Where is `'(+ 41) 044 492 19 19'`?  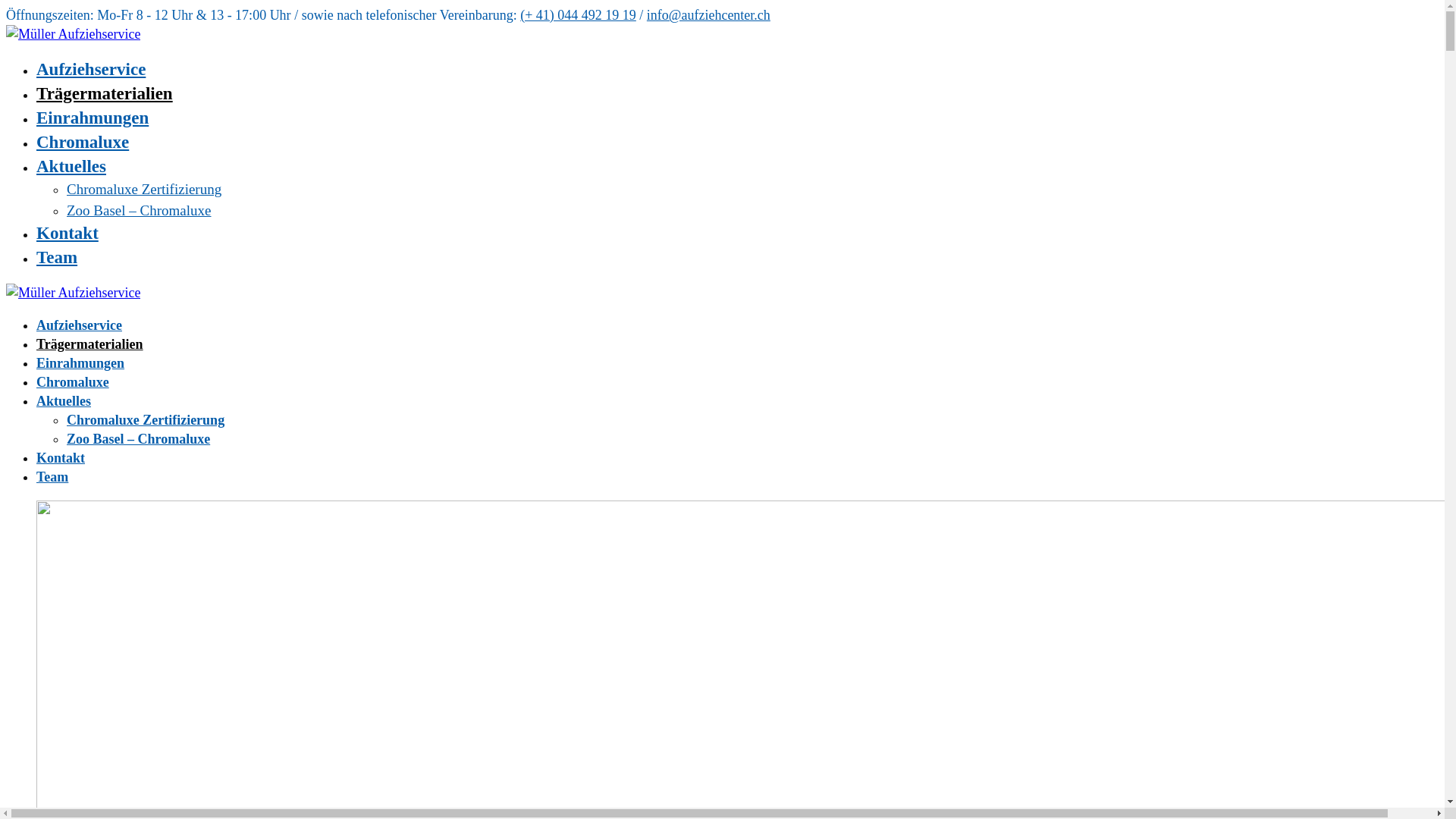 '(+ 41) 044 492 19 19' is located at coordinates (577, 14).